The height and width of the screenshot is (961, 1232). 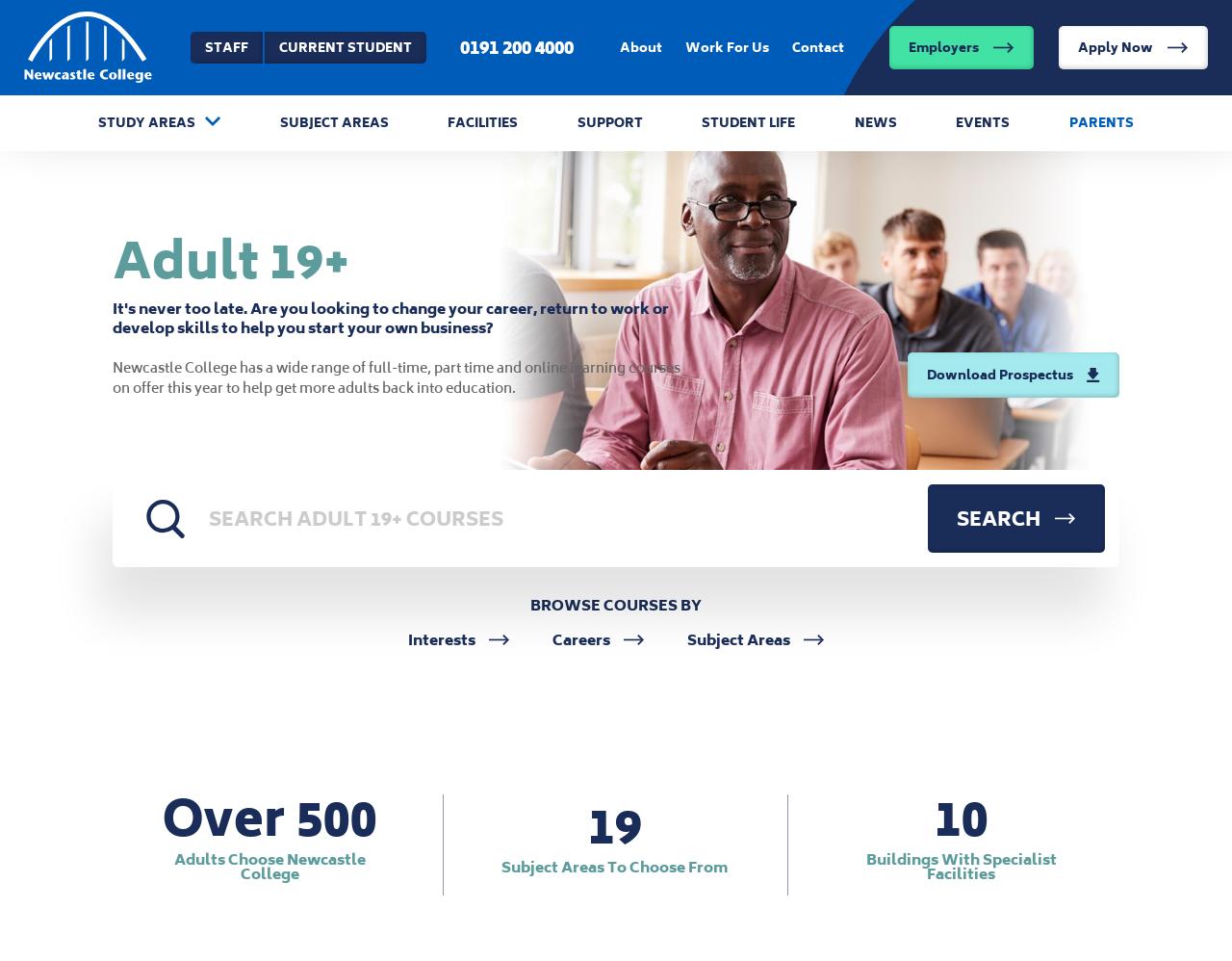 What do you see at coordinates (269, 817) in the screenshot?
I see `'Over 500'` at bounding box center [269, 817].